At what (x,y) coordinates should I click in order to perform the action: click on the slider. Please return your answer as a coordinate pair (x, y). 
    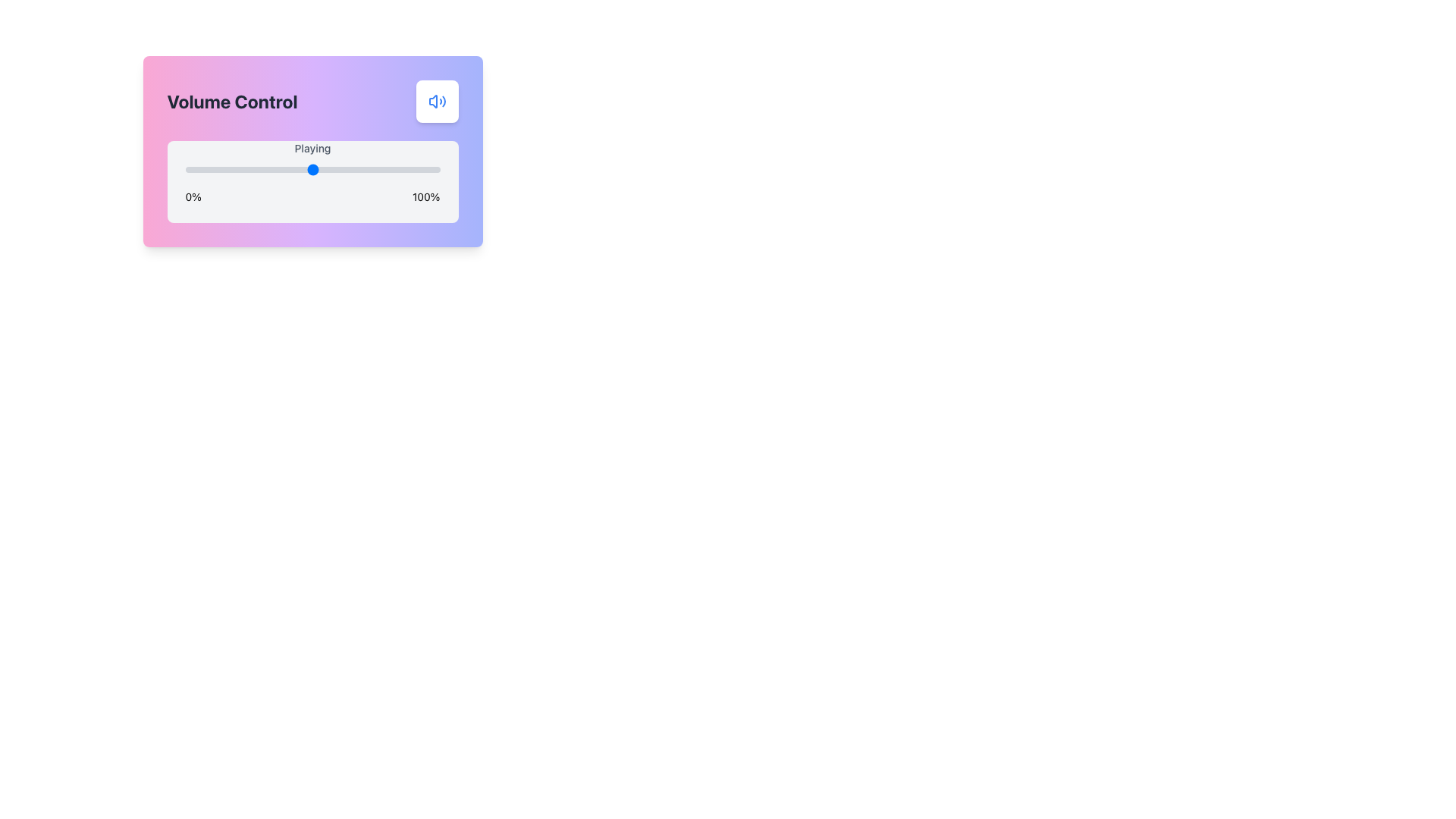
    Looking at the image, I should click on (434, 169).